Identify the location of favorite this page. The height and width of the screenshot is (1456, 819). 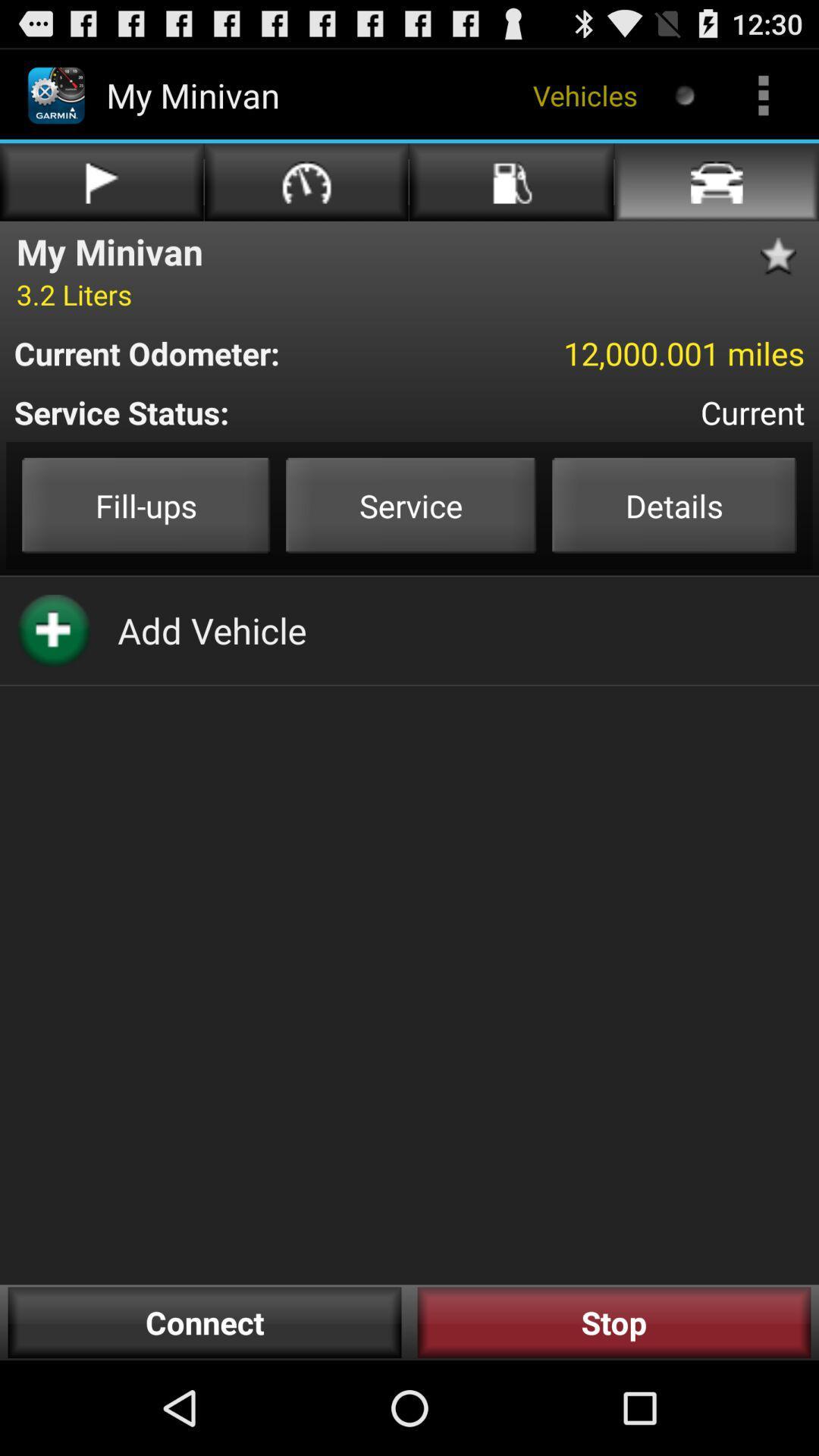
(783, 256).